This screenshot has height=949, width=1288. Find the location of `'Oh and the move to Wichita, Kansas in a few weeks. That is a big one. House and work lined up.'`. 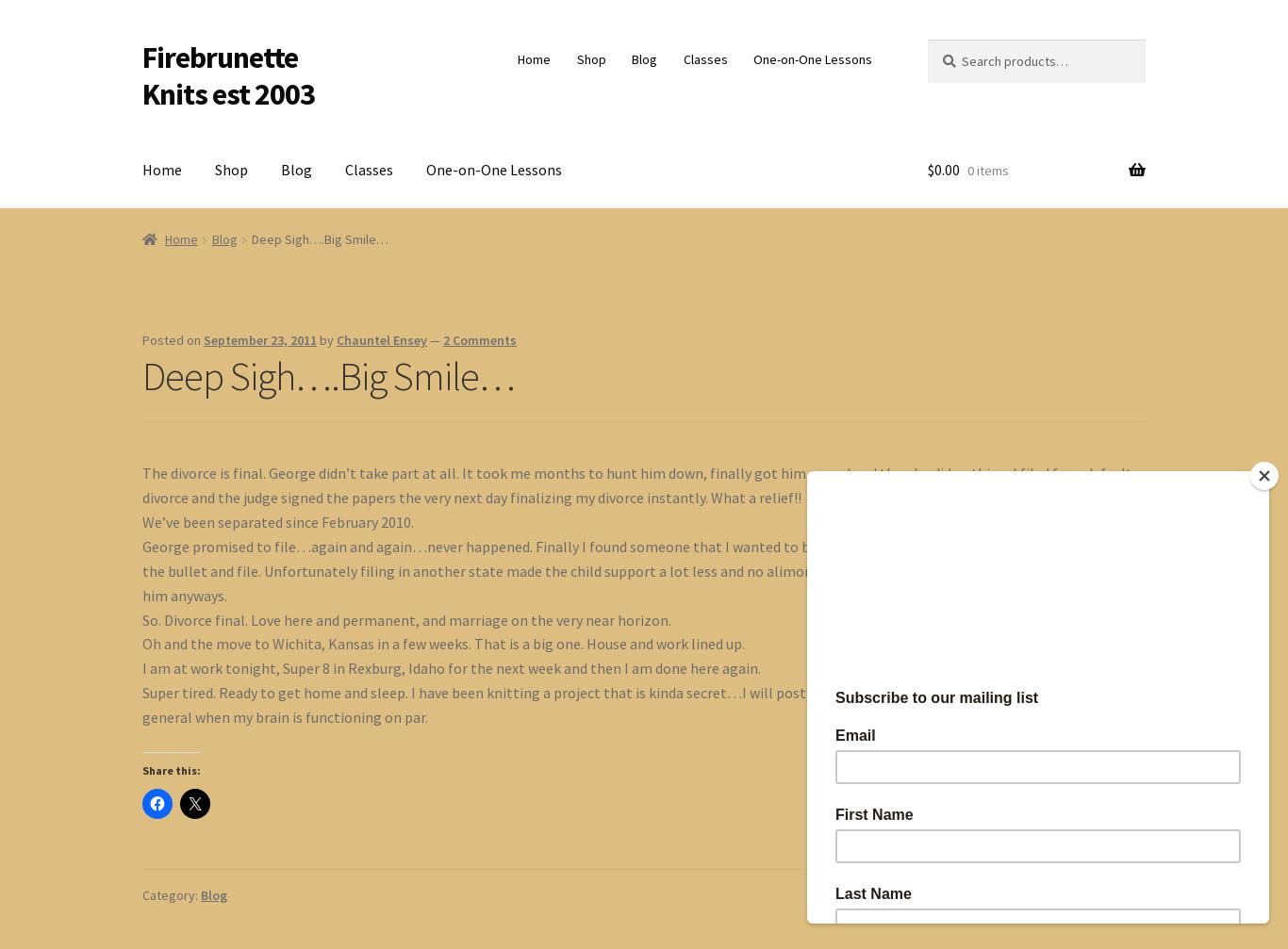

'Oh and the move to Wichita, Kansas in a few weeks. That is a big one. House and work lined up.' is located at coordinates (443, 643).